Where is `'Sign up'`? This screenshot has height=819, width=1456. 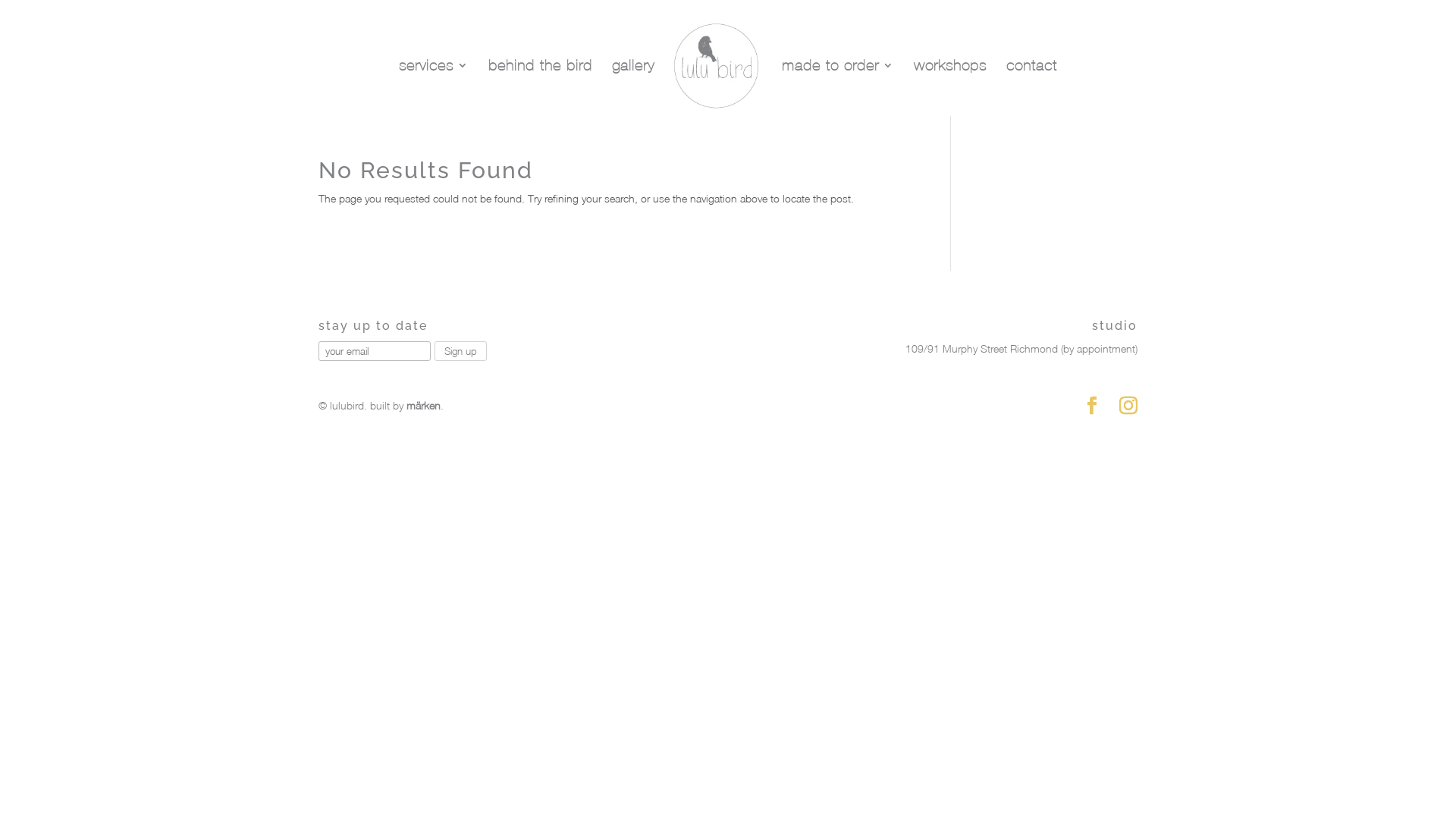 'Sign up' is located at coordinates (460, 350).